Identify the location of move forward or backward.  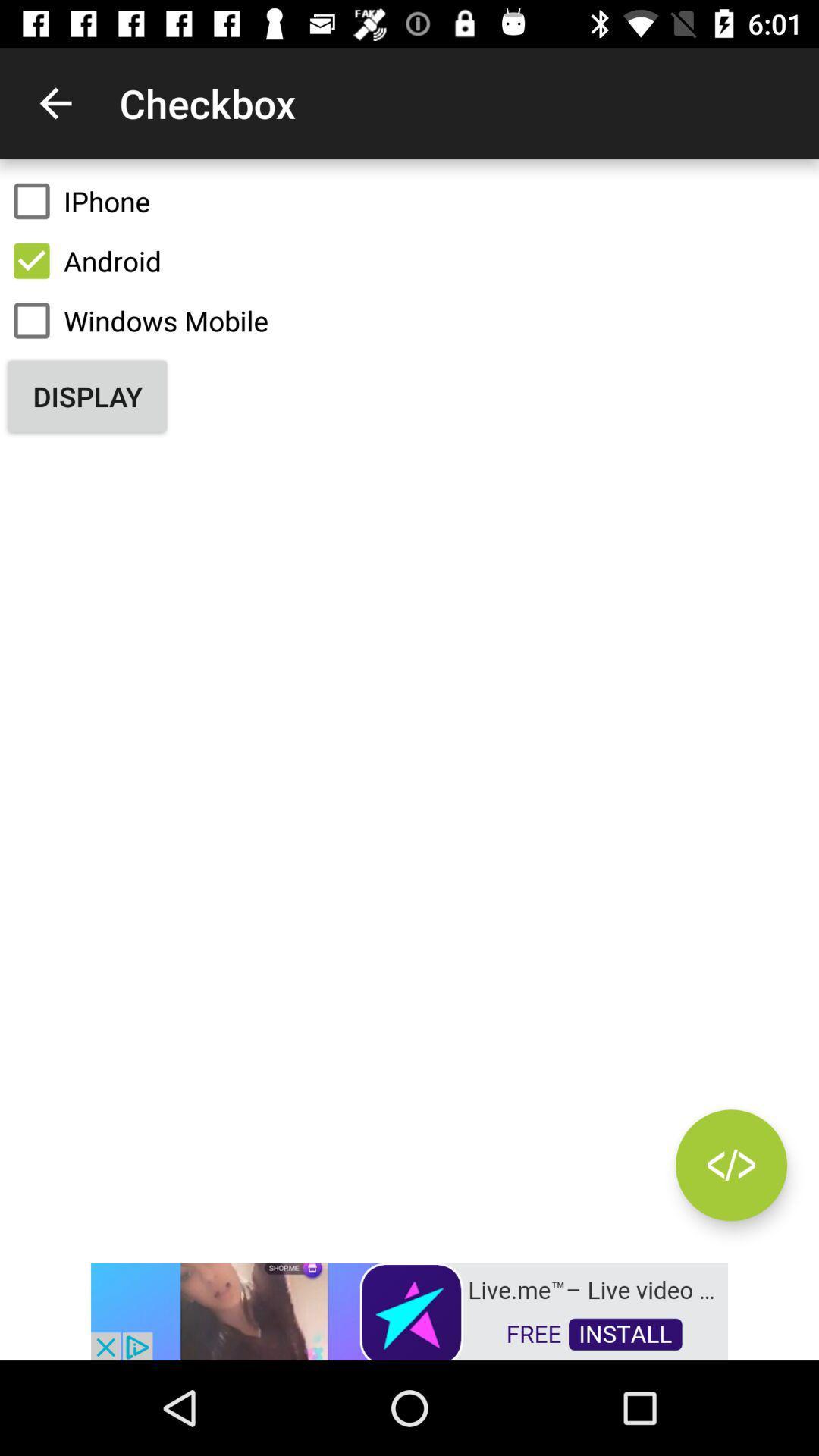
(730, 1164).